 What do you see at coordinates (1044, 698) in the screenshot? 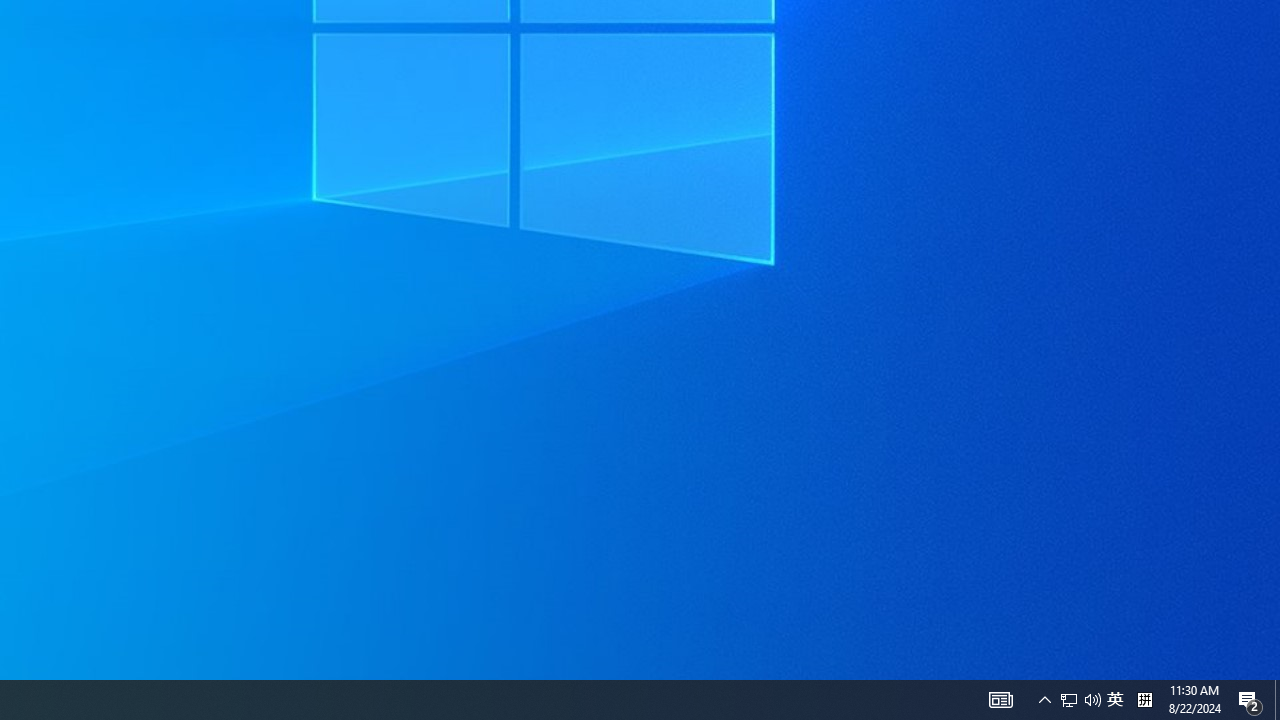
I see `'Notification Chevron'` at bounding box center [1044, 698].